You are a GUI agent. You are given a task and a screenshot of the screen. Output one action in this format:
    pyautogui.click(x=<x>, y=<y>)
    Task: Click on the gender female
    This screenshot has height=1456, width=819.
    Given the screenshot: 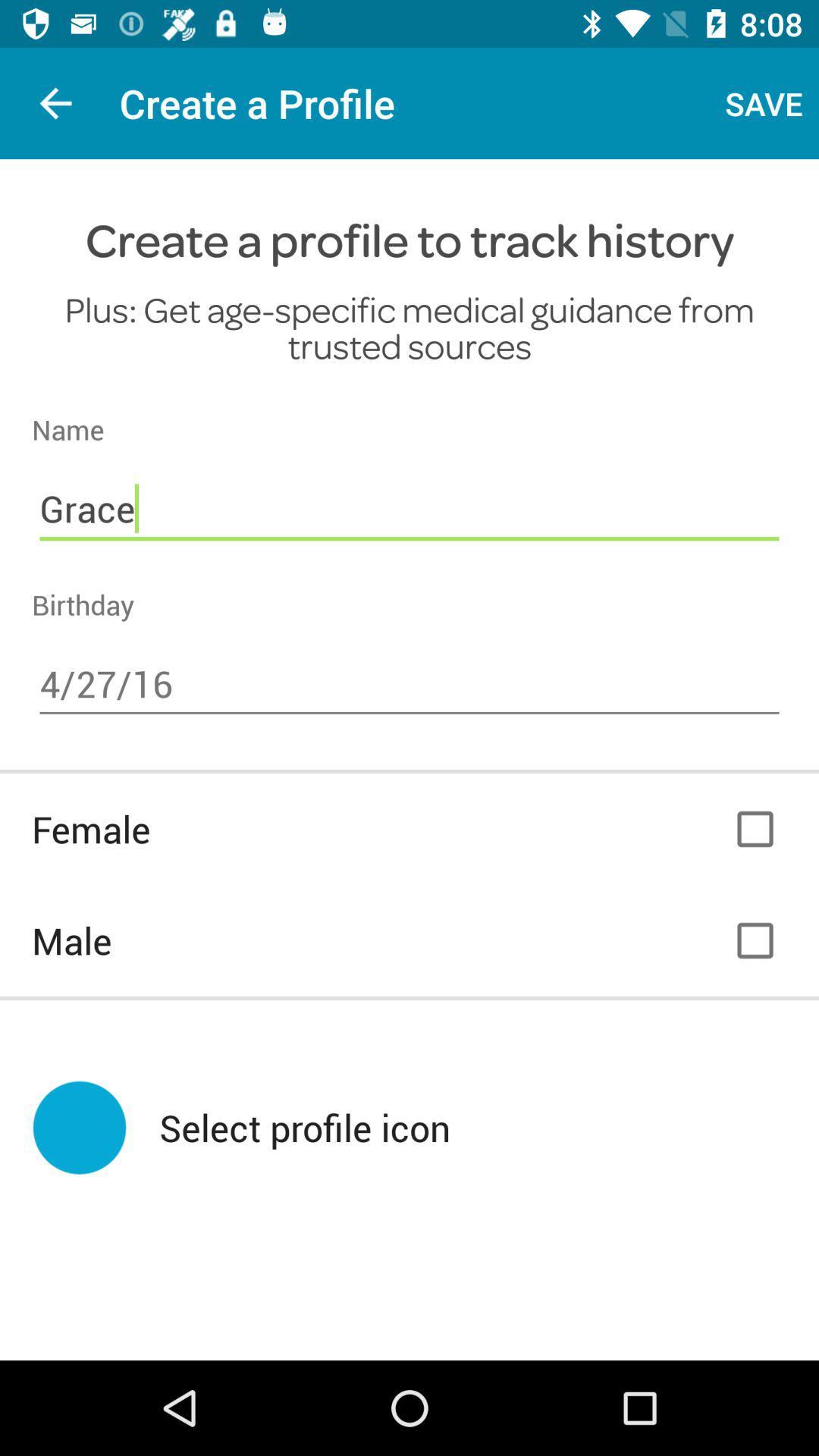 What is the action you would take?
    pyautogui.click(x=755, y=828)
    